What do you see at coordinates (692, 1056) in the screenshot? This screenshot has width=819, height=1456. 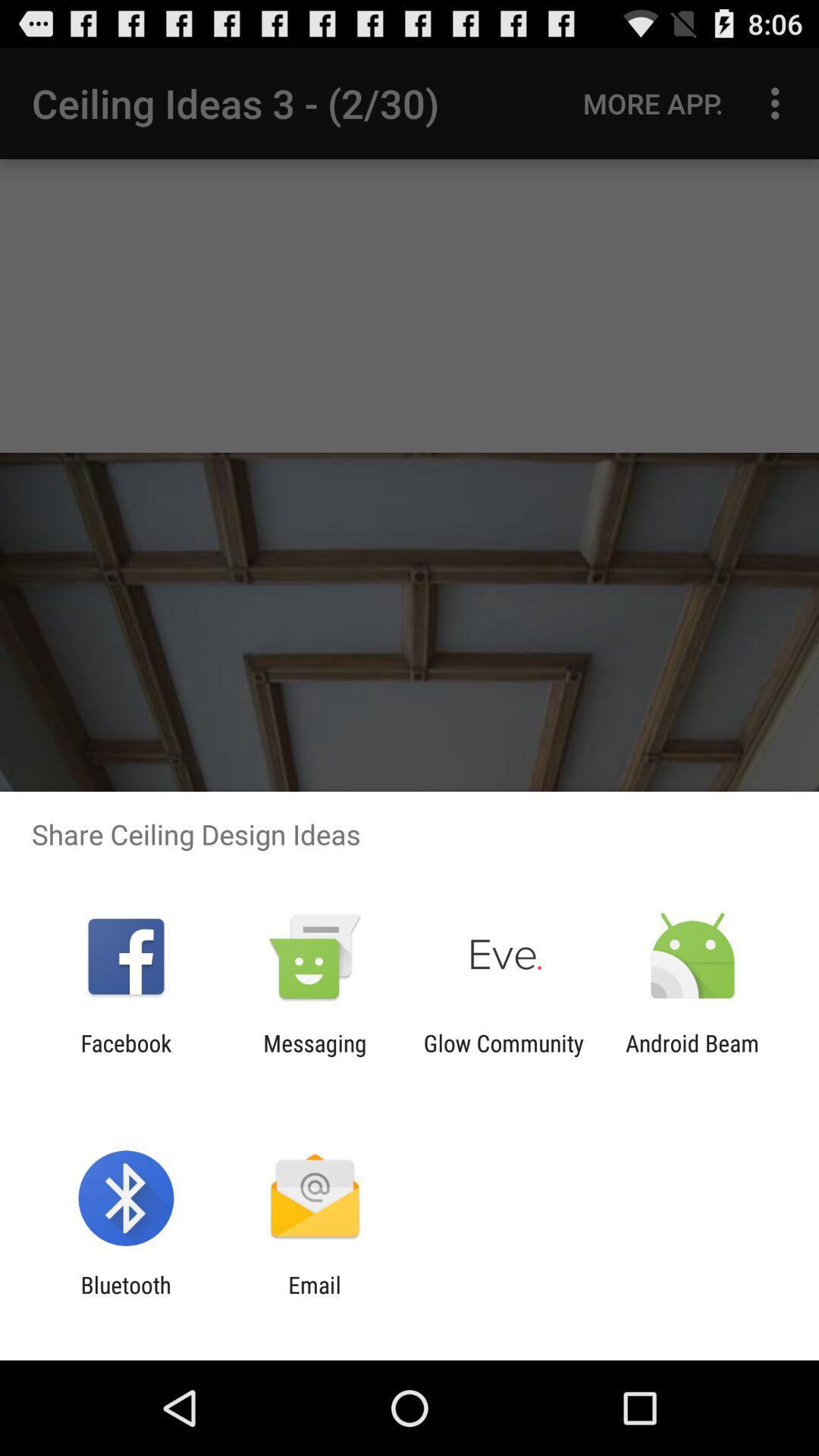 I see `icon to the right of the glow community` at bounding box center [692, 1056].